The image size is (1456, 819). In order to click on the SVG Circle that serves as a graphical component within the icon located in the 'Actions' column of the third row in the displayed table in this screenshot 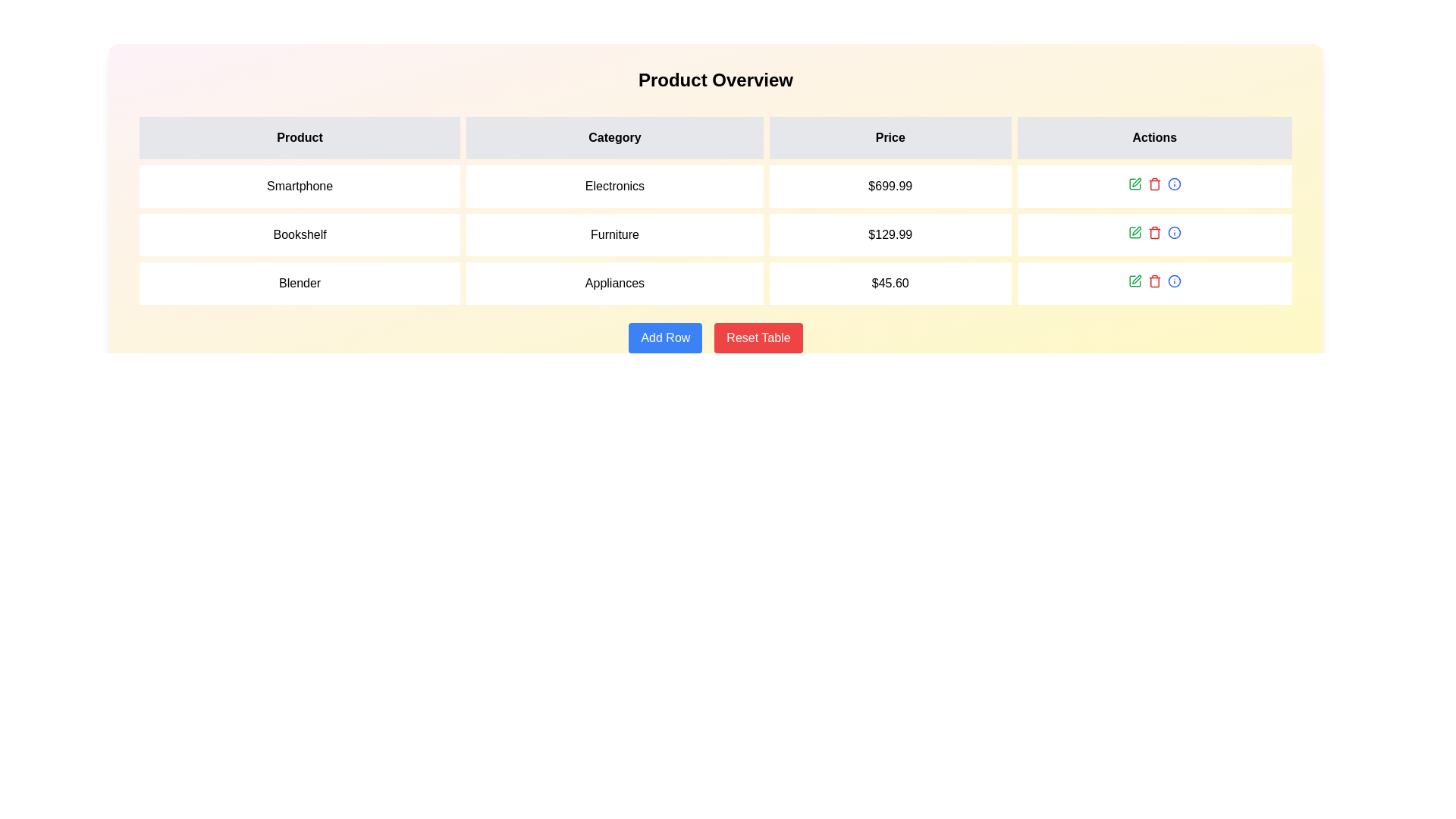, I will do `click(1173, 281)`.